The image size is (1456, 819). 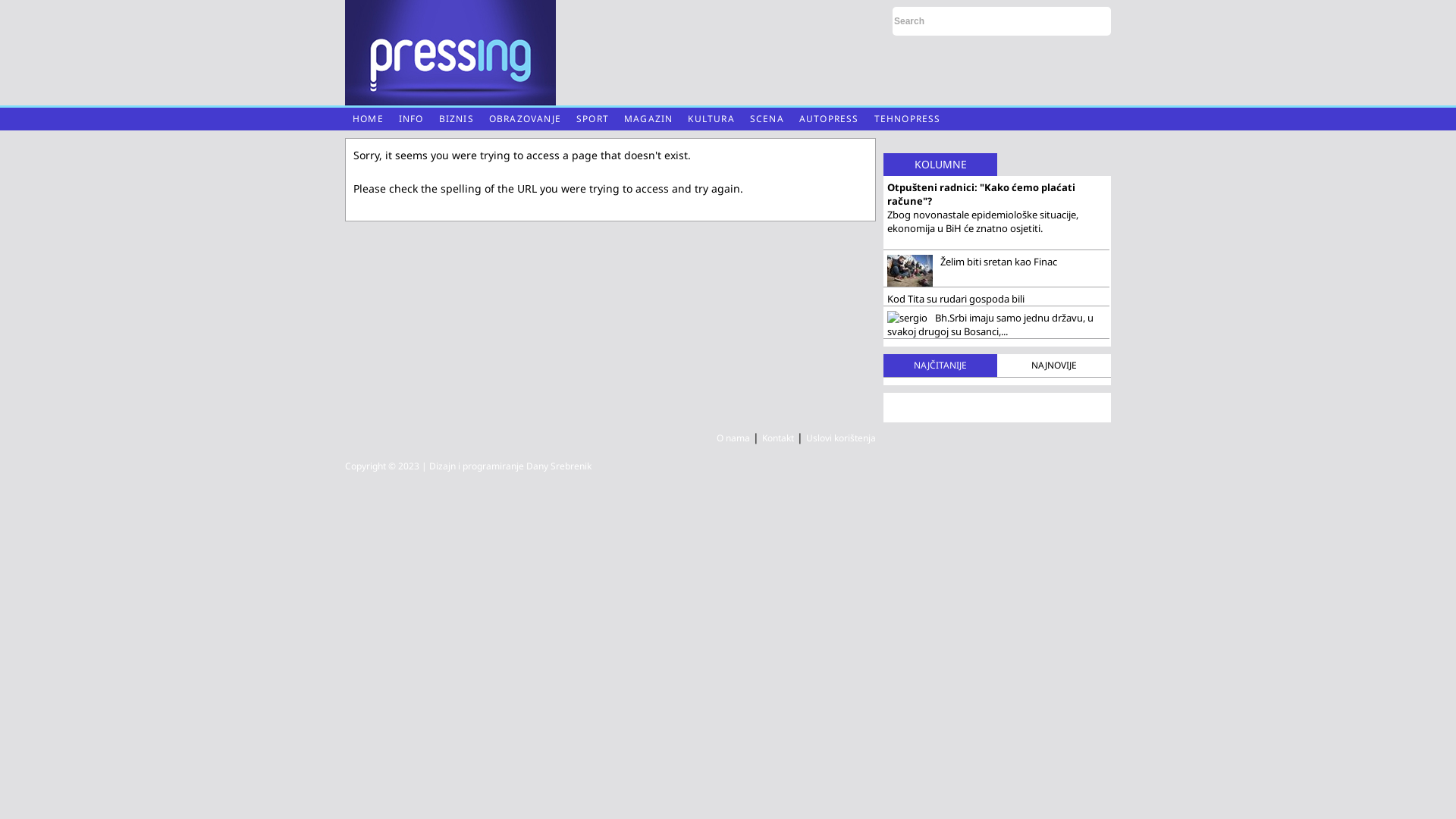 What do you see at coordinates (525, 118) in the screenshot?
I see `'OBRAZOVANJE'` at bounding box center [525, 118].